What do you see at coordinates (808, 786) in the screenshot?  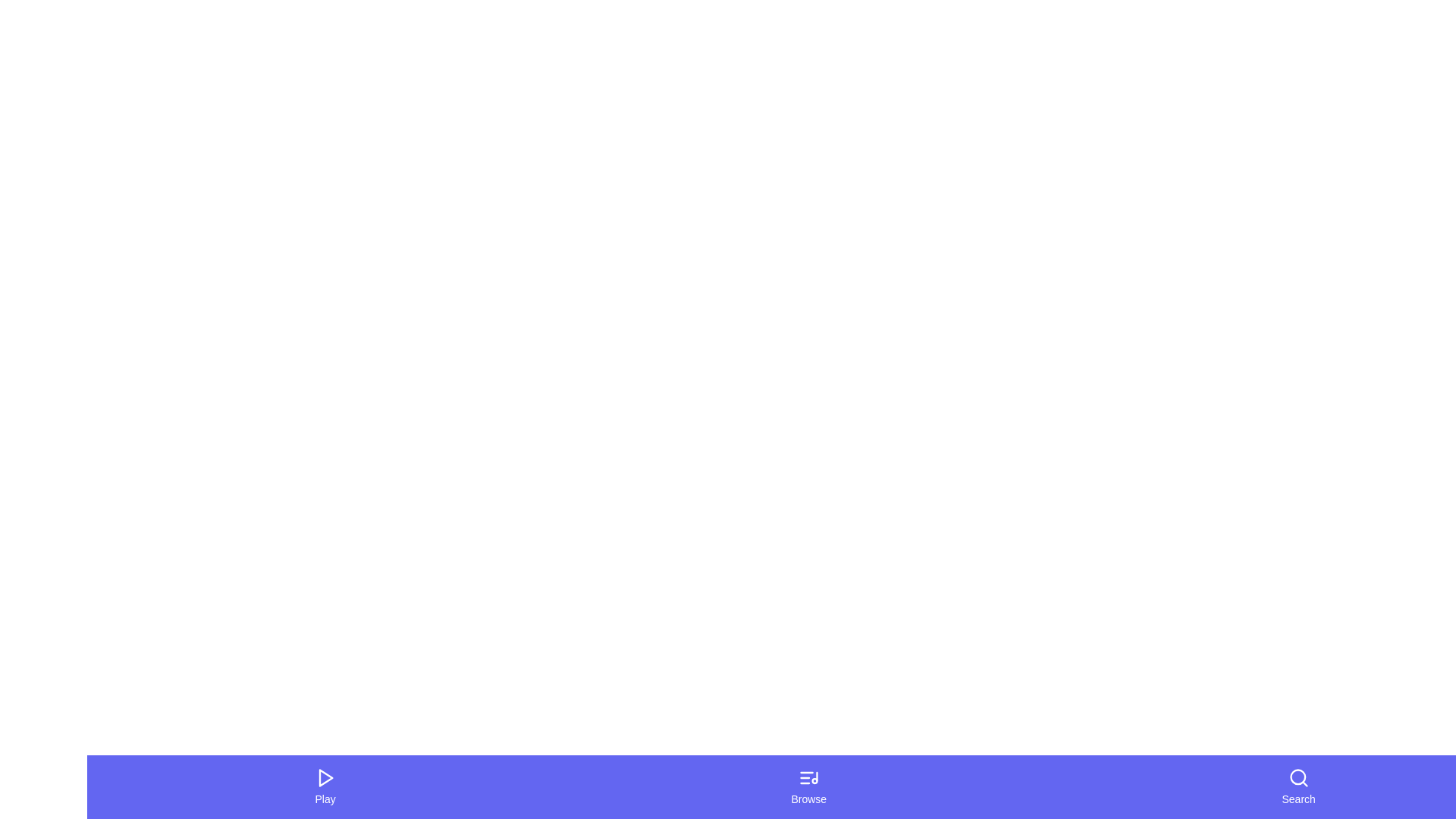 I see `the Browse button in the bottom navigation bar` at bounding box center [808, 786].